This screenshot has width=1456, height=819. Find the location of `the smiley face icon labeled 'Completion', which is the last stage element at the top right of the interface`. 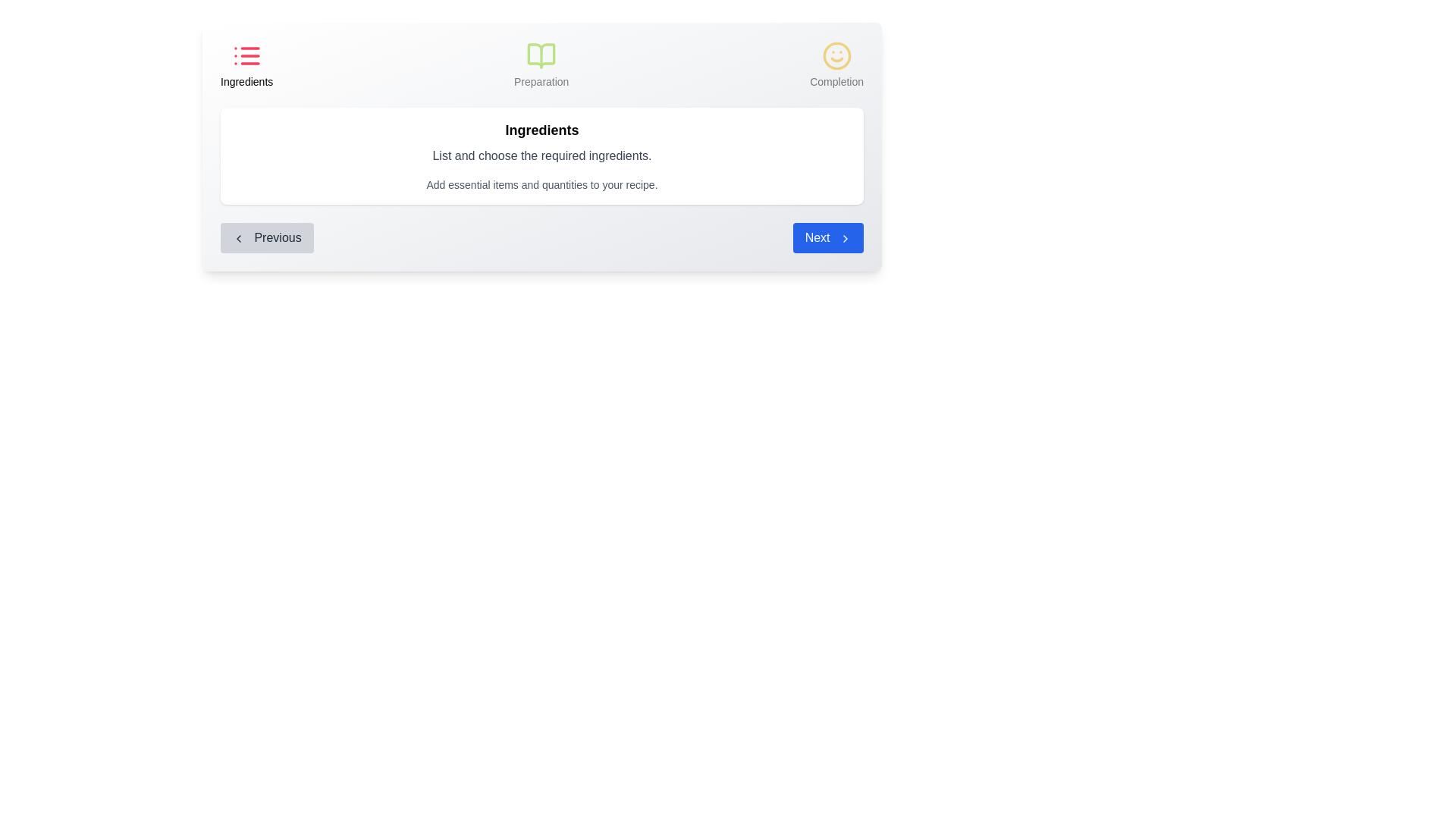

the smiley face icon labeled 'Completion', which is the last stage element at the top right of the interface is located at coordinates (836, 64).